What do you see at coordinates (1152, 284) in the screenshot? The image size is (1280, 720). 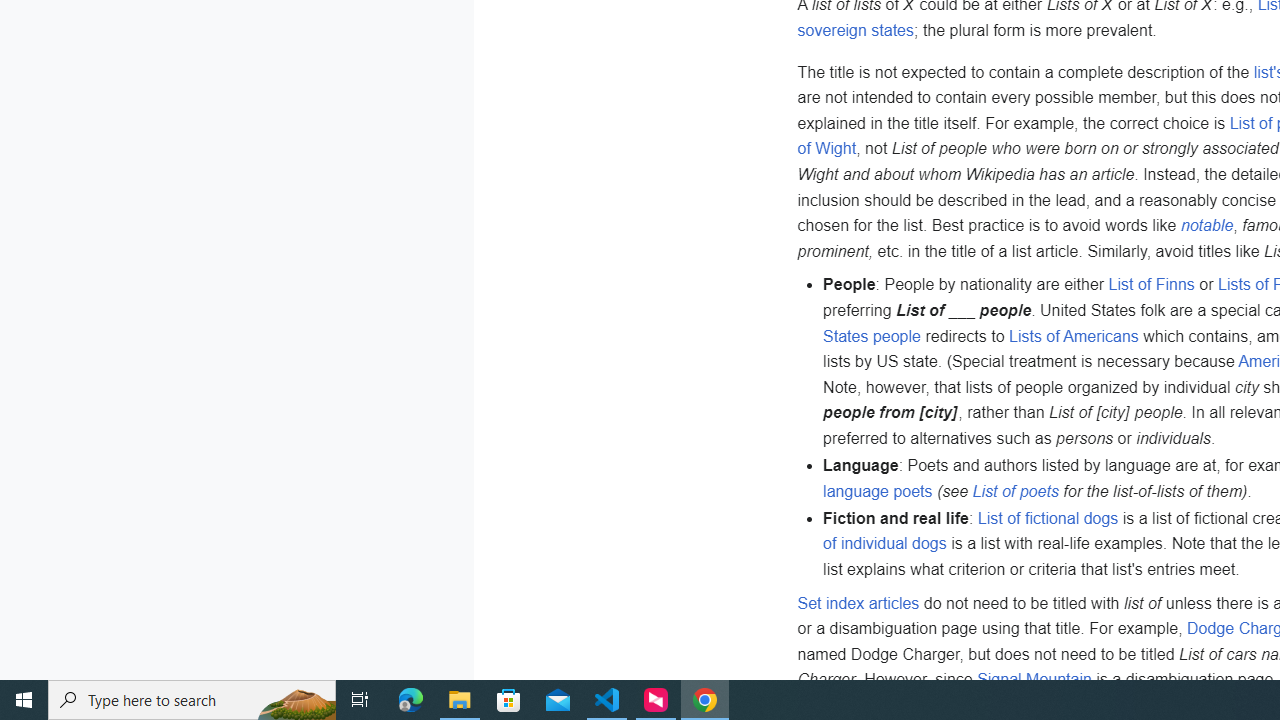 I see `'List of Finns'` at bounding box center [1152, 284].